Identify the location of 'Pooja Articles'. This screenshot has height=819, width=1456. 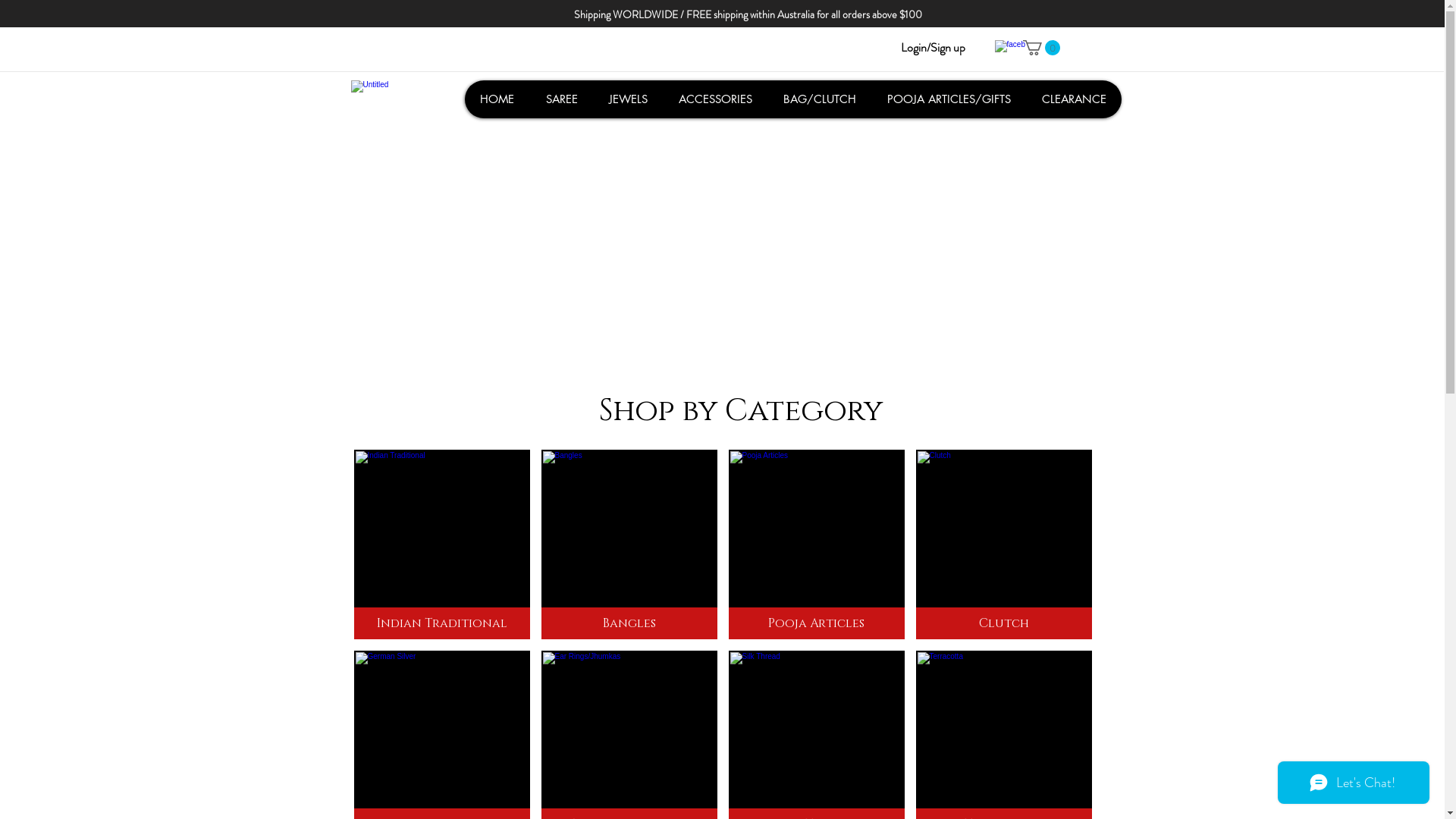
(814, 543).